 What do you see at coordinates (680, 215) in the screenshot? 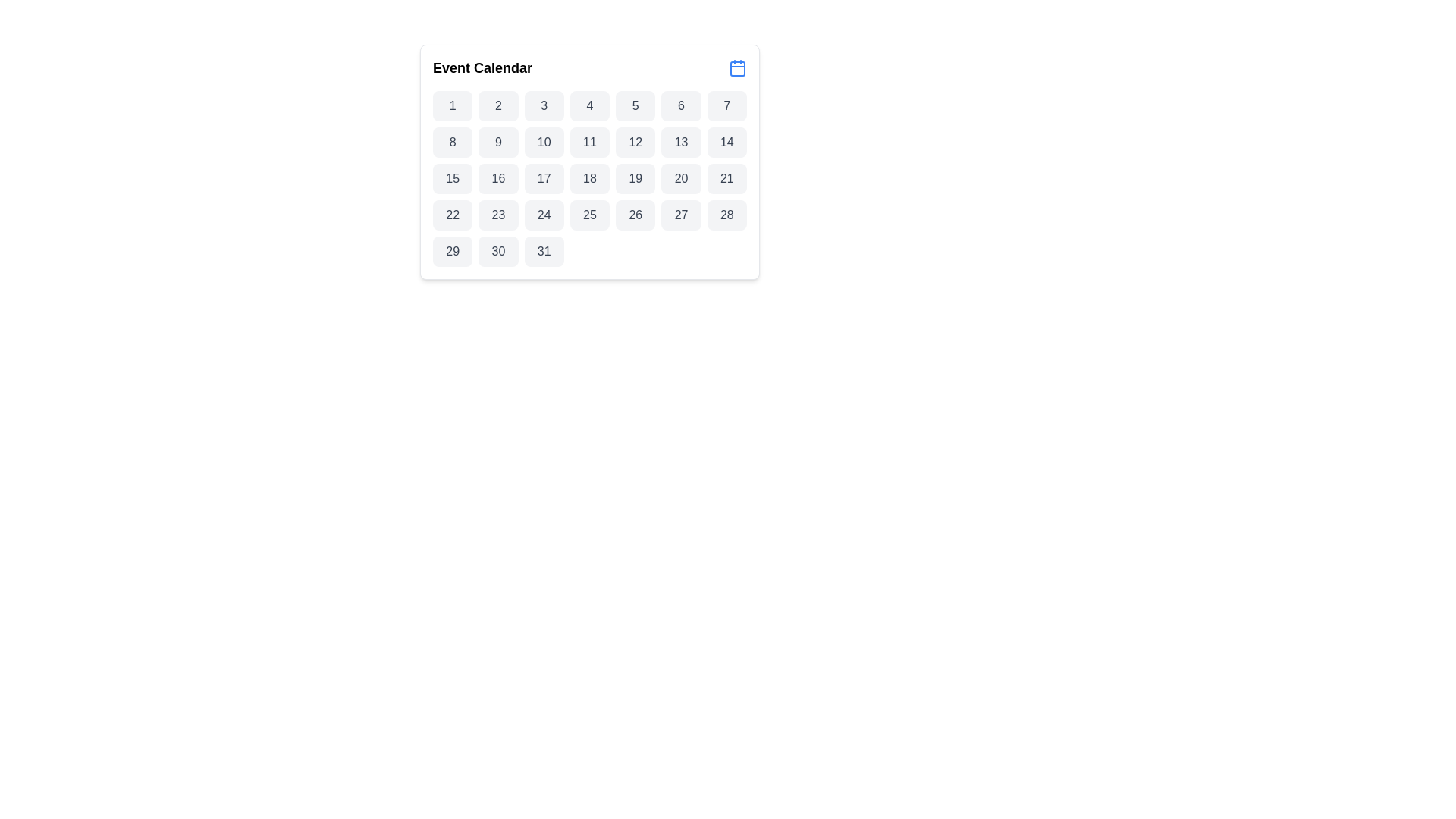
I see `the button representing the date '27' in the calendar grid layout` at bounding box center [680, 215].